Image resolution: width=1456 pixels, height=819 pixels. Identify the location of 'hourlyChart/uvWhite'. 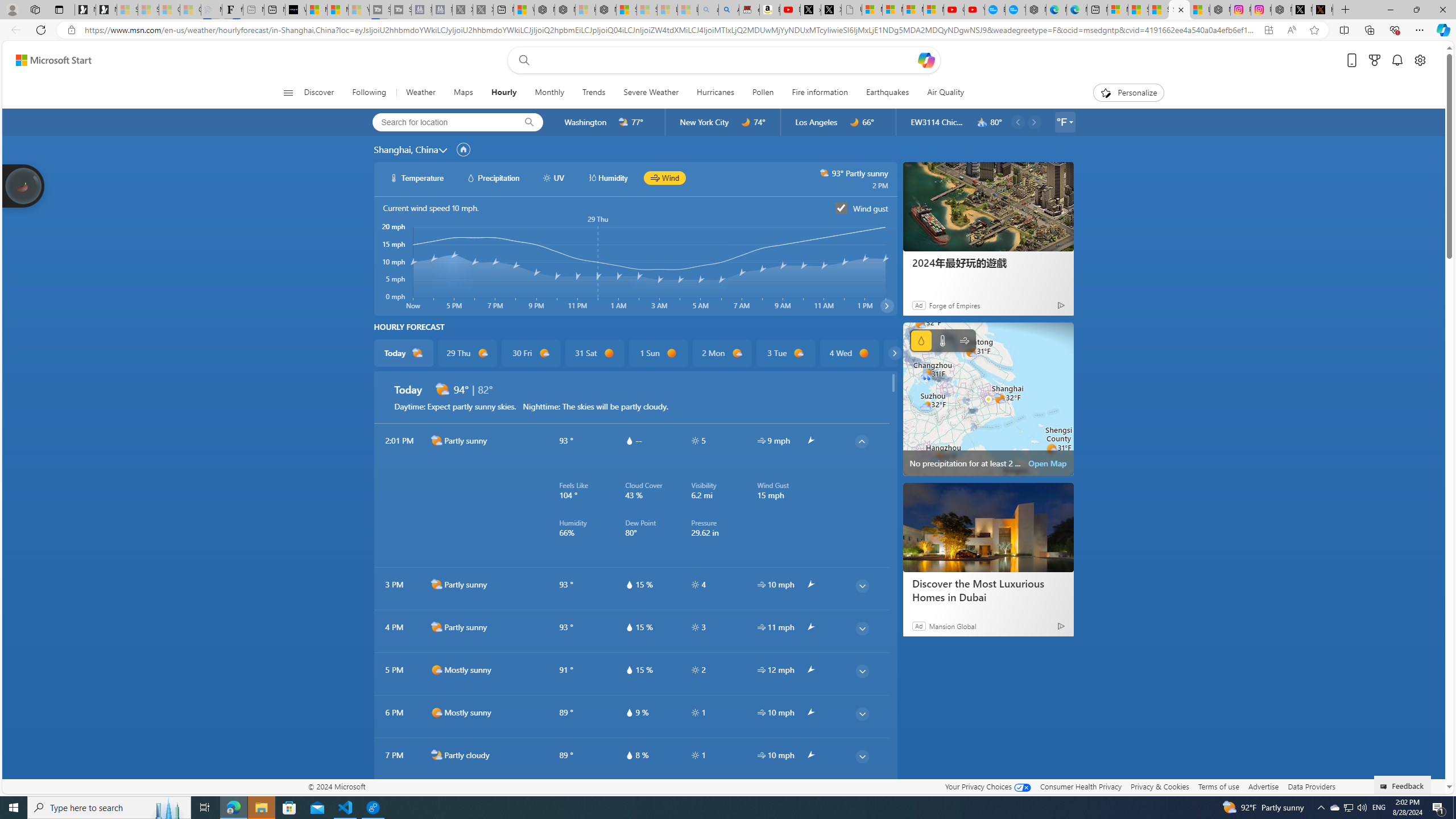
(547, 177).